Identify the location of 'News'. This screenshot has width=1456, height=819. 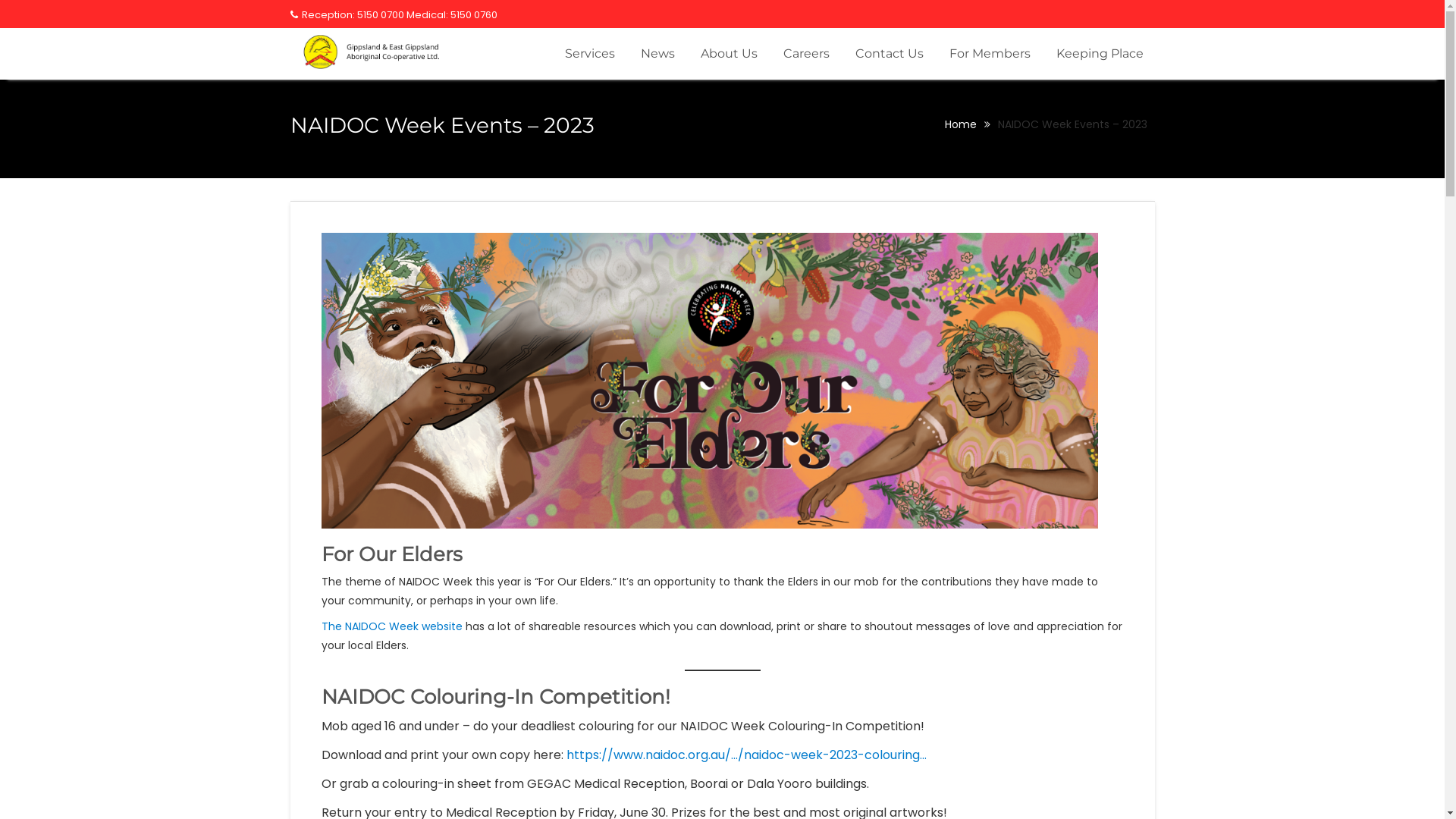
(657, 52).